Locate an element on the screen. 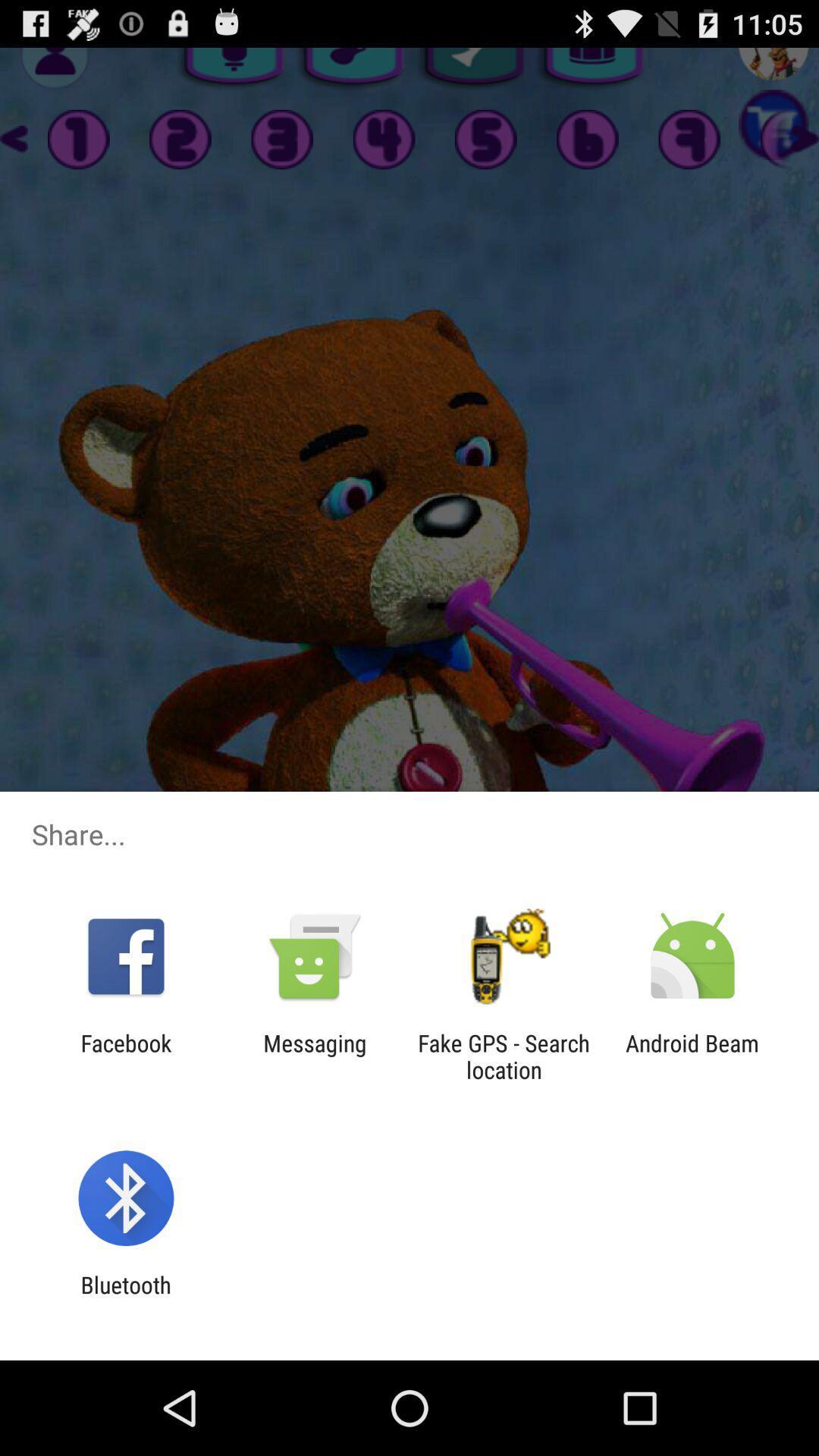 Image resolution: width=819 pixels, height=1456 pixels. the icon next to the facebook is located at coordinates (314, 1056).